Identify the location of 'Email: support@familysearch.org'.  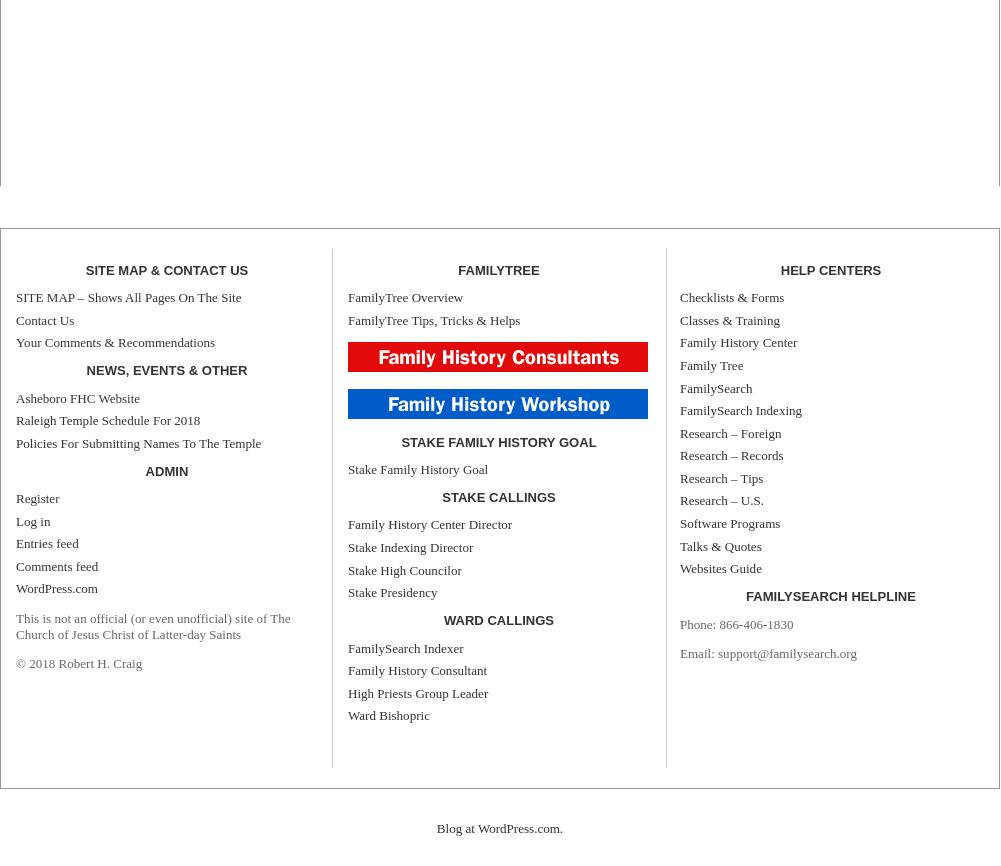
(768, 651).